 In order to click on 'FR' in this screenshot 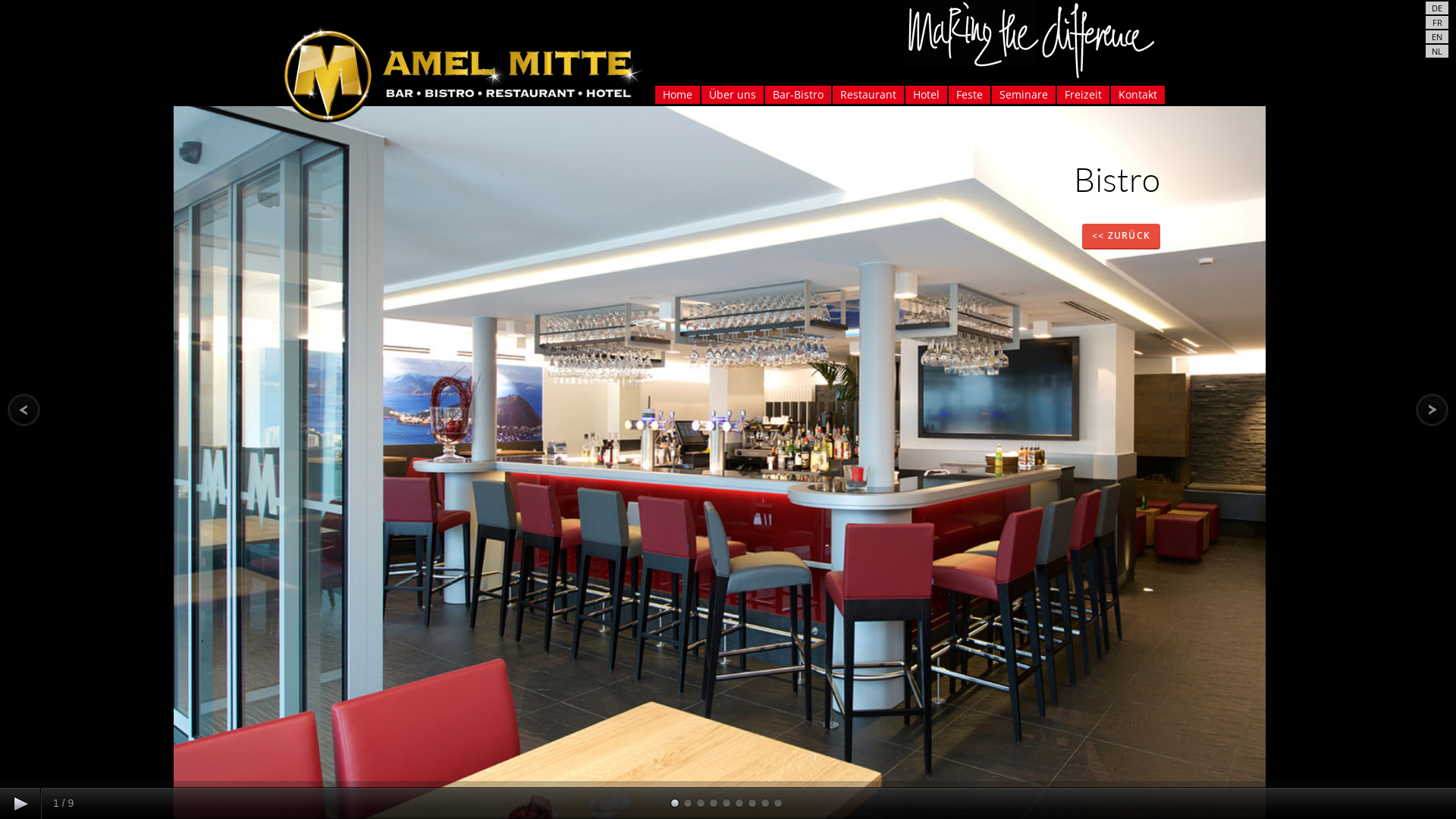, I will do `click(1436, 22)`.